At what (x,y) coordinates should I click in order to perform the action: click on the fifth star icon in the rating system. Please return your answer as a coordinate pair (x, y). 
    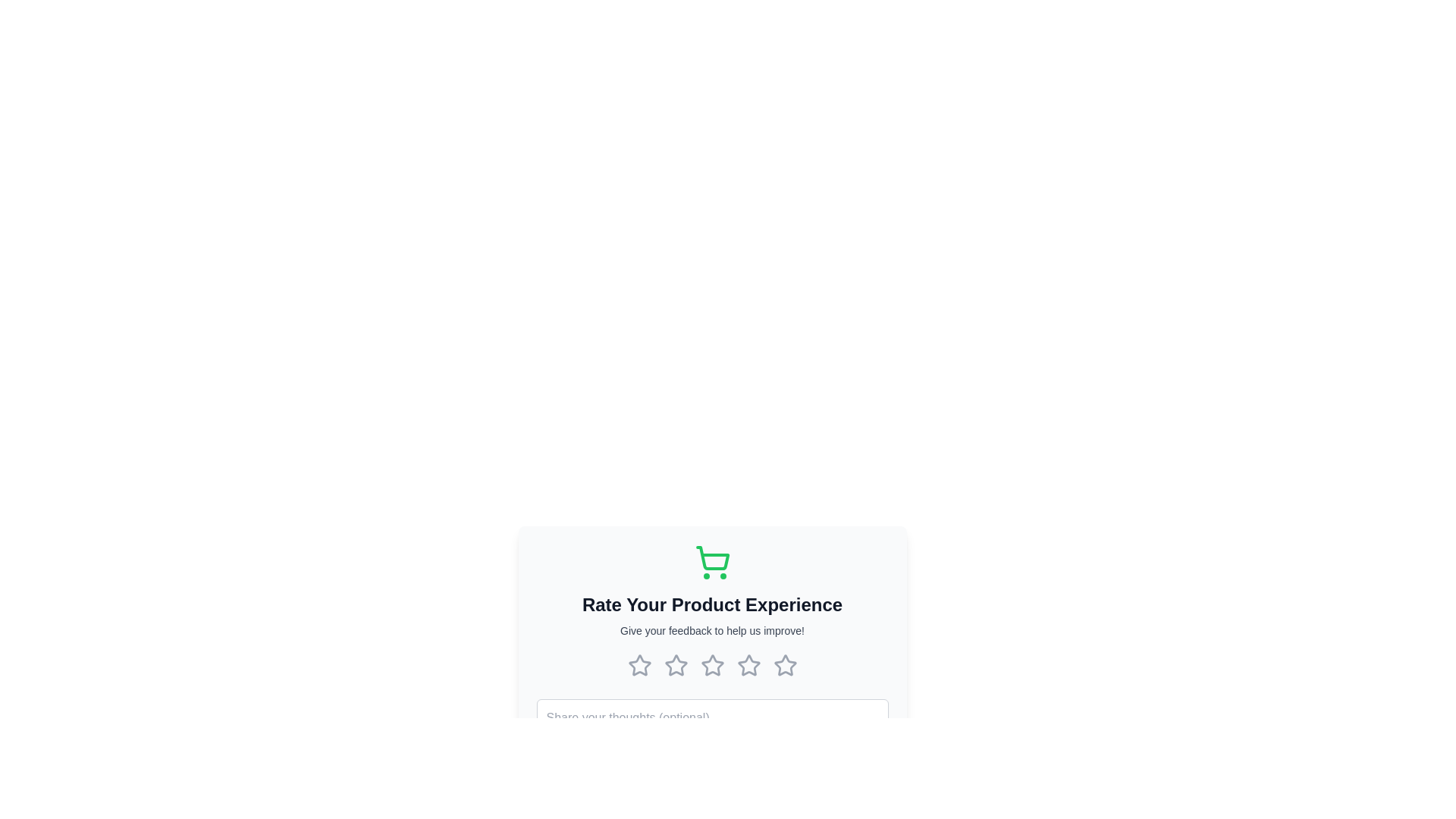
    Looking at the image, I should click on (785, 664).